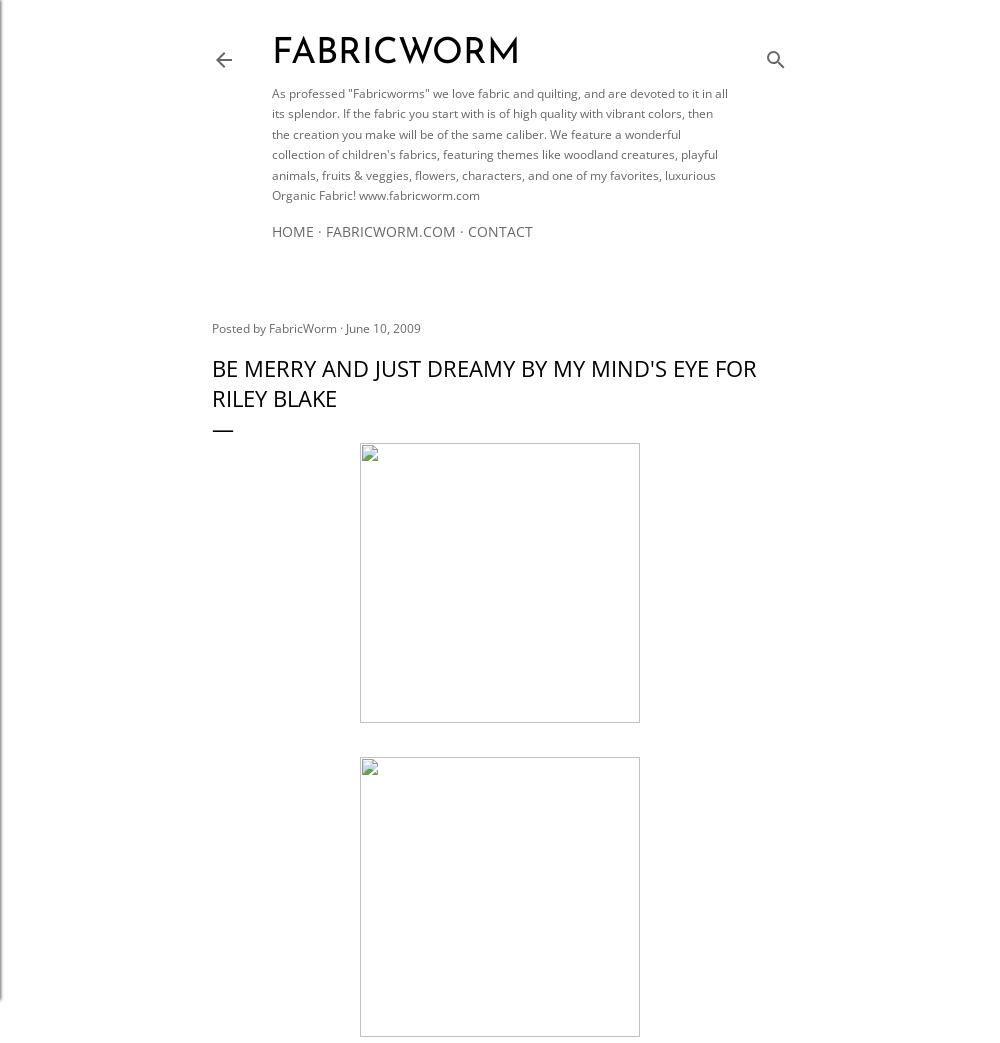 The height and width of the screenshot is (1043, 1000). I want to click on 'Fabricworm.com', so click(391, 231).